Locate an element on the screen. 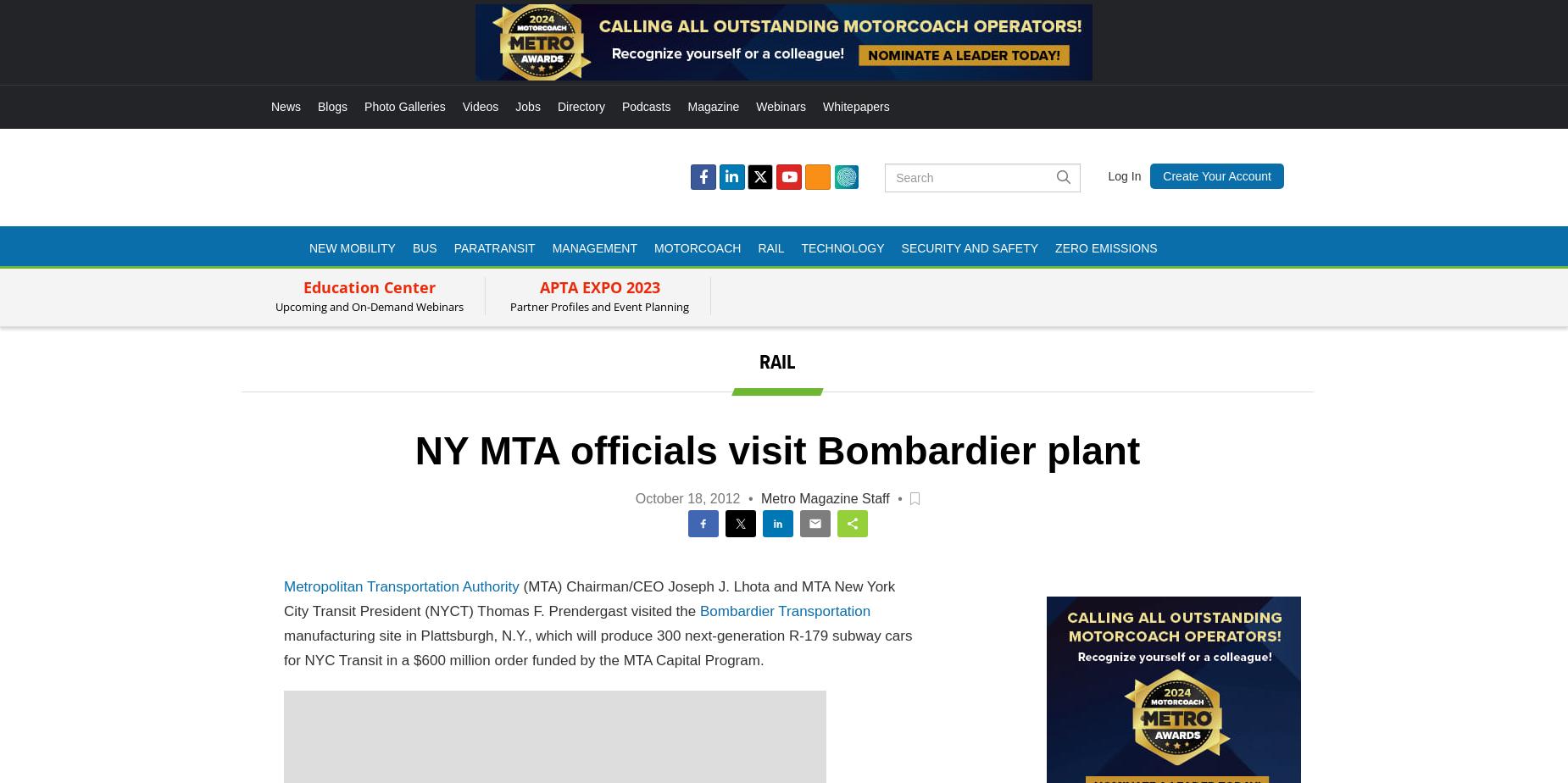  'Create Your Account' is located at coordinates (1216, 175).